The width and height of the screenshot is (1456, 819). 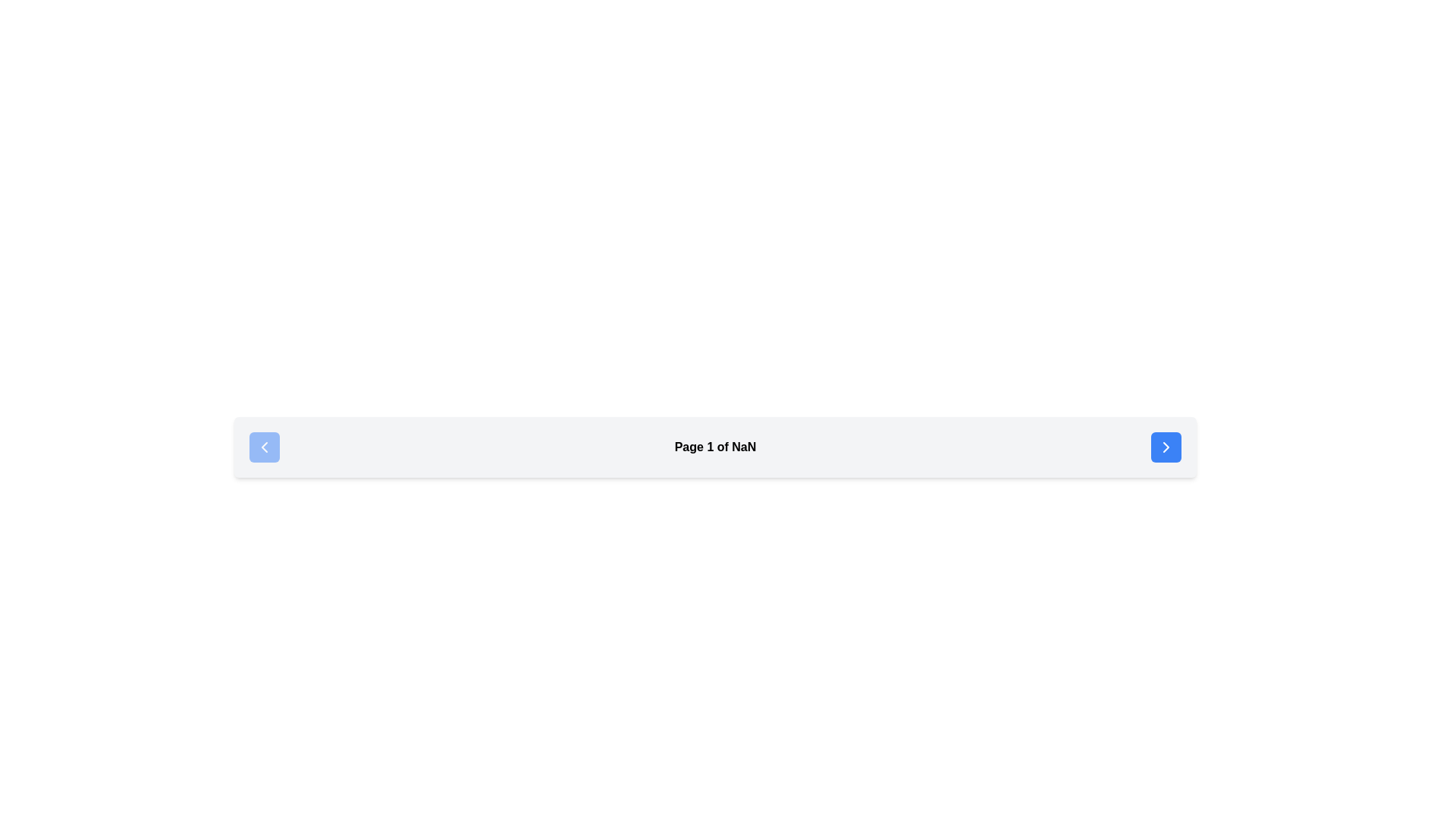 What do you see at coordinates (1165, 447) in the screenshot?
I see `keyboard navigation` at bounding box center [1165, 447].